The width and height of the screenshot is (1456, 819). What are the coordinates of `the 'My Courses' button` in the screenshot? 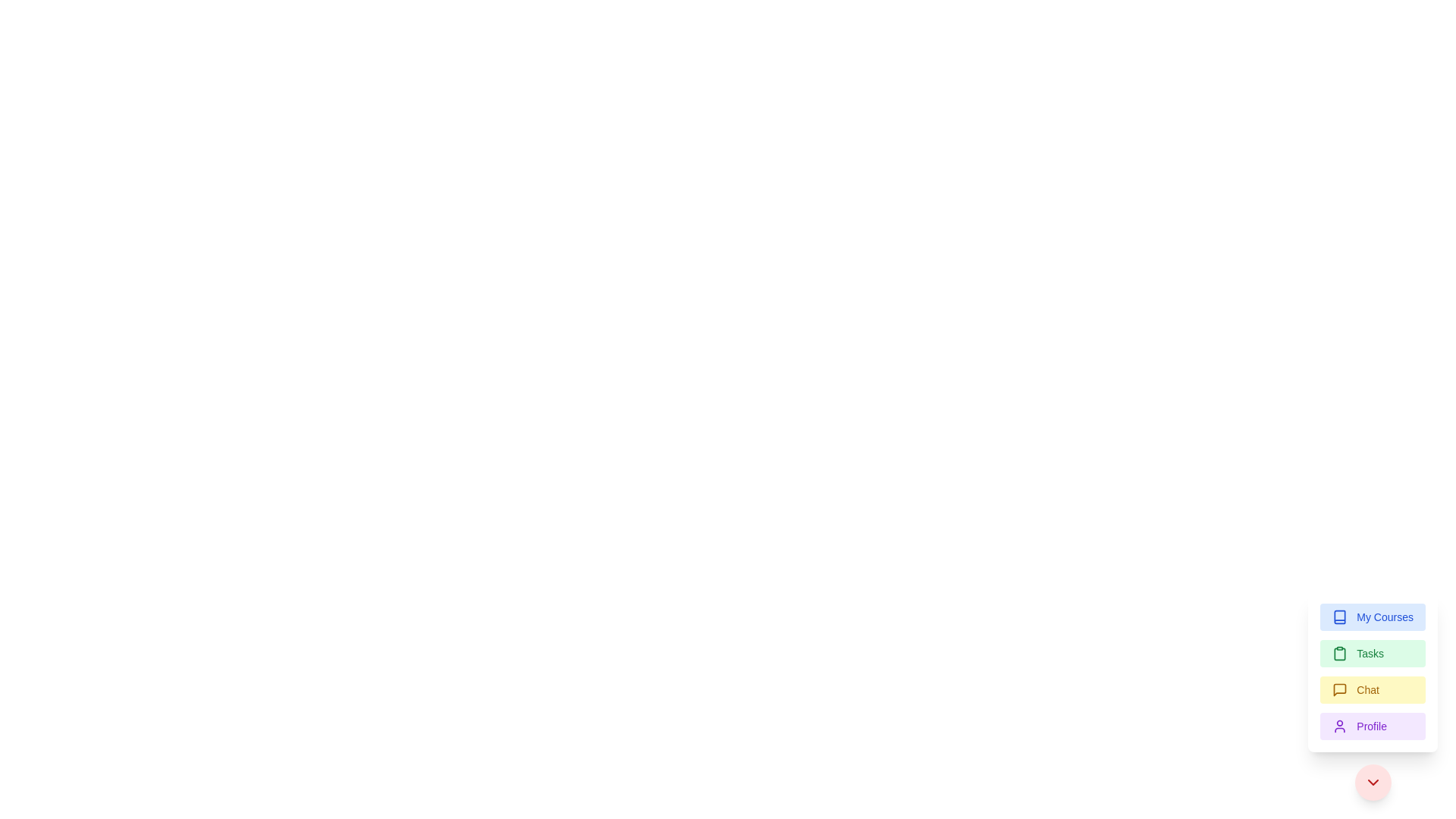 It's located at (1373, 617).